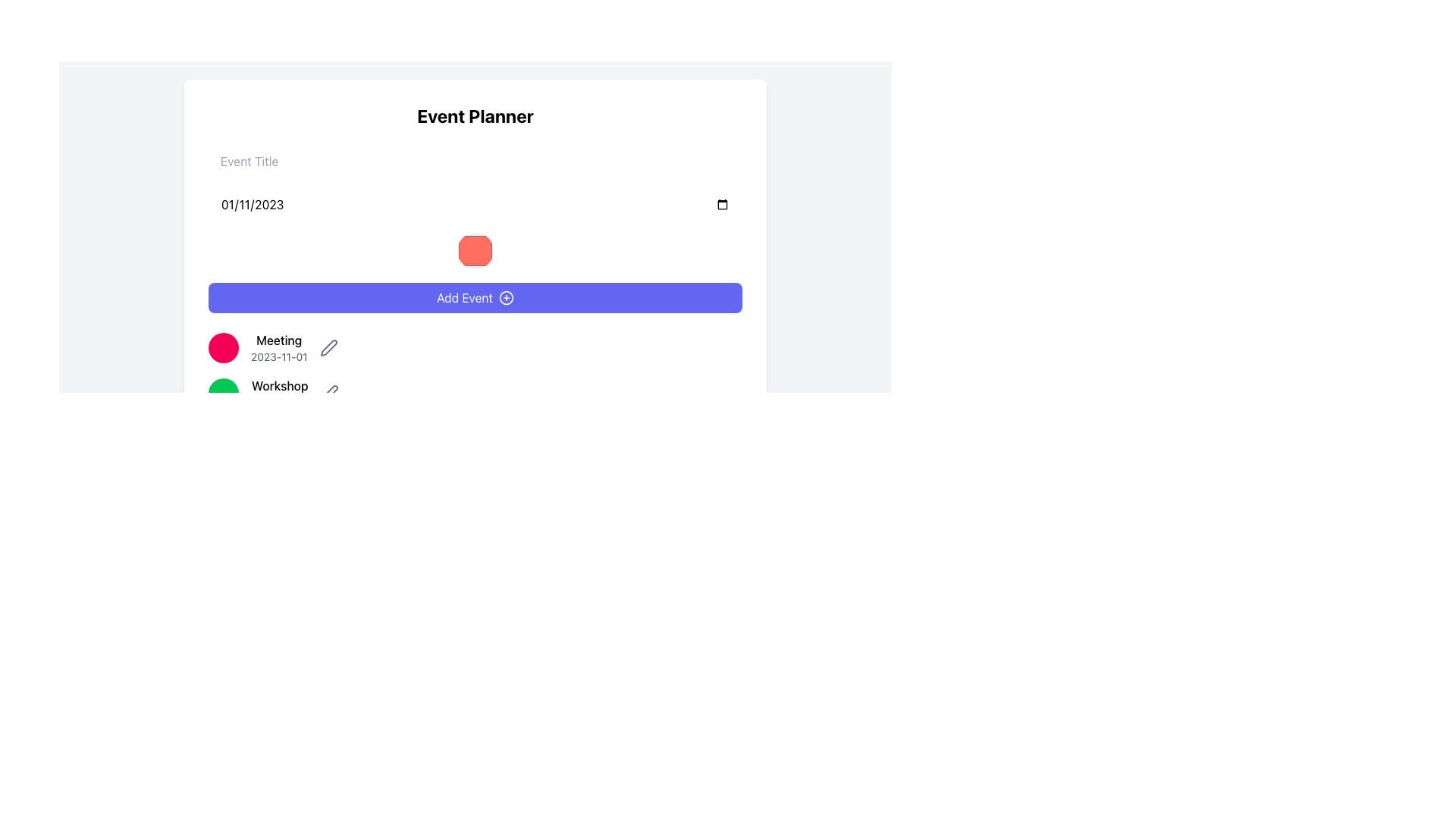  I want to click on the 'Add Event' text label, which is styled with a white font on a purple background and is the textual content of a button at the center of the interface, so click(464, 298).